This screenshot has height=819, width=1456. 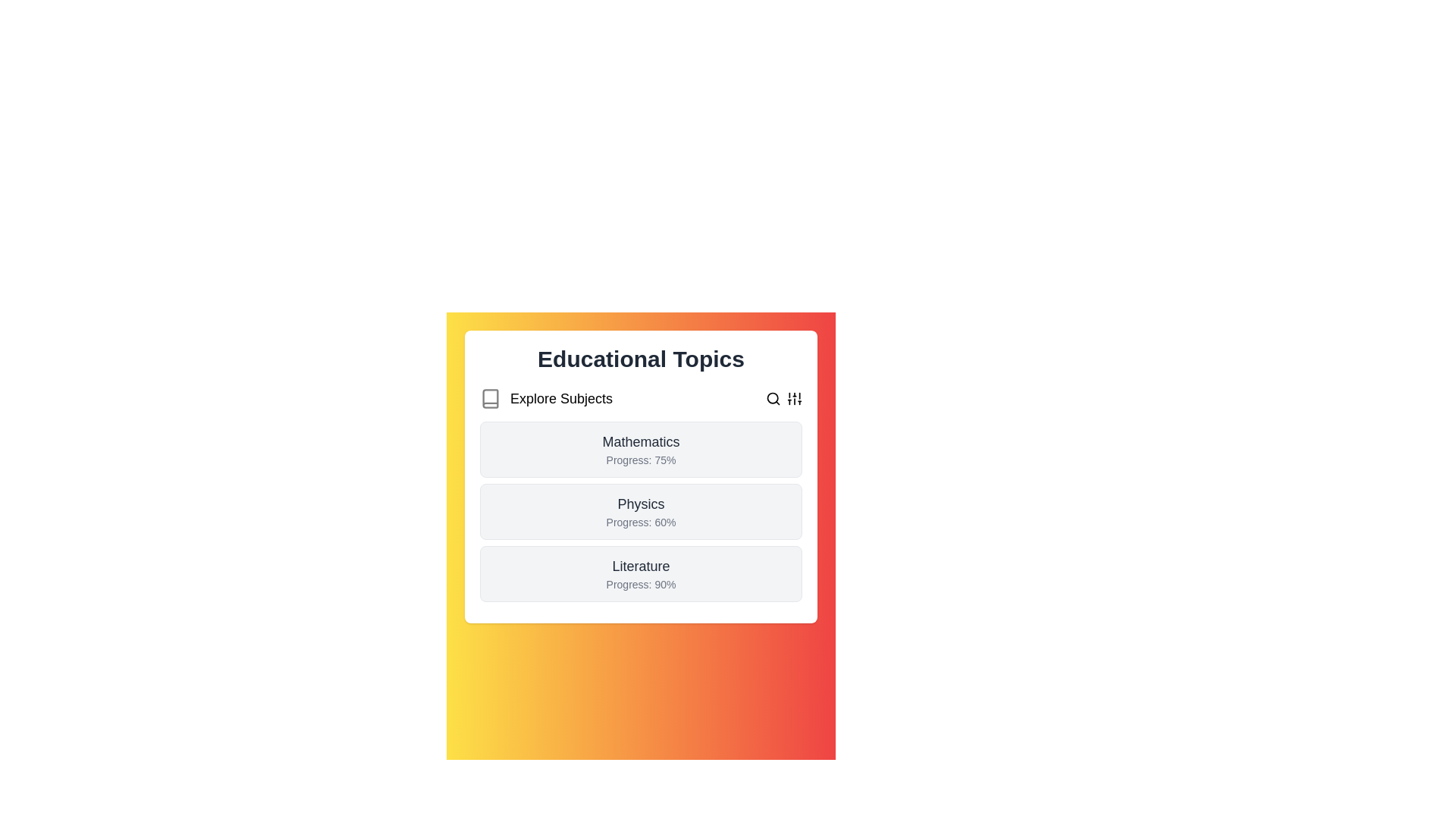 What do you see at coordinates (641, 512) in the screenshot?
I see `the list item corresponding to Physics` at bounding box center [641, 512].